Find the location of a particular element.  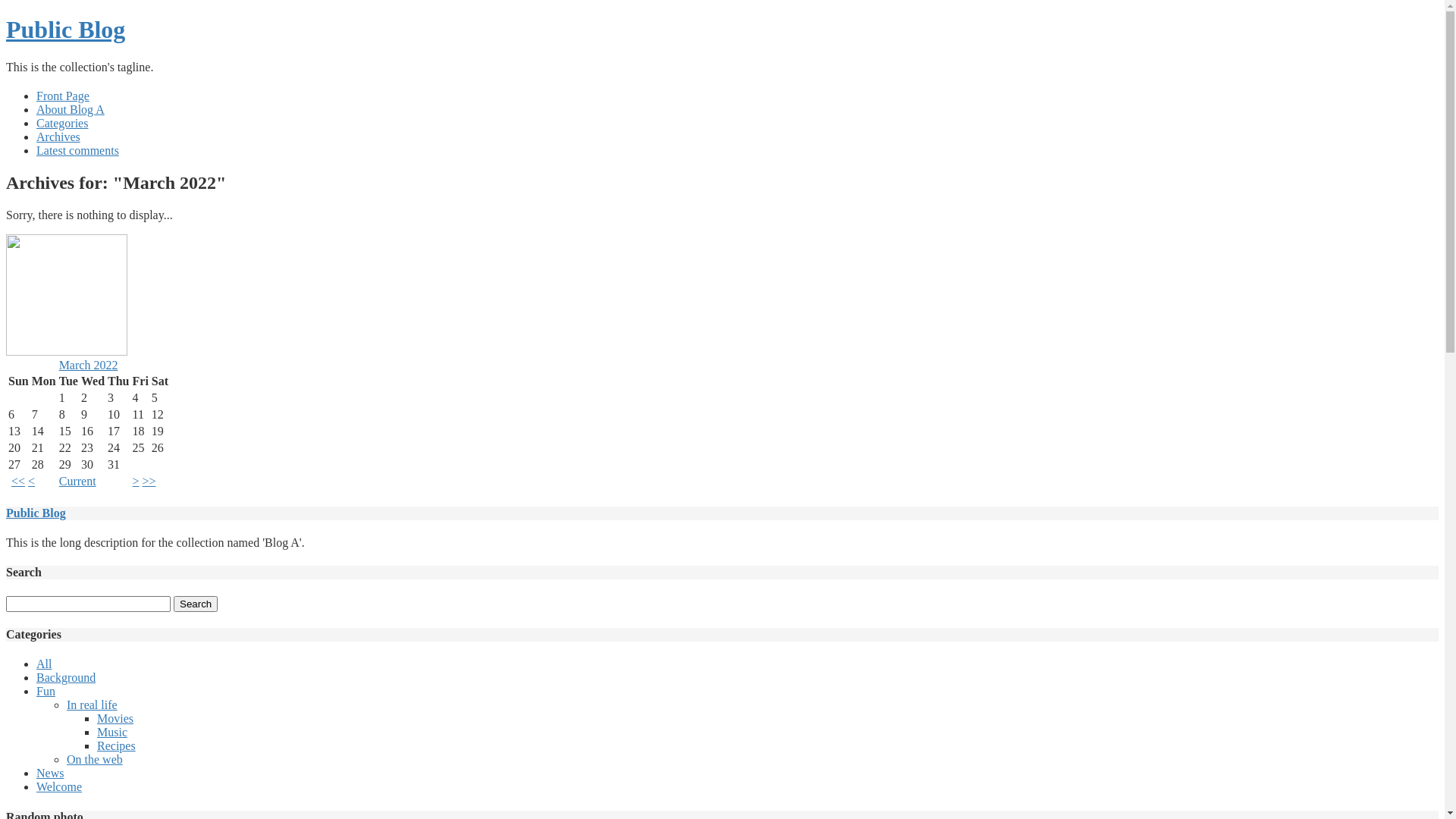

'Movies' is located at coordinates (96, 717).